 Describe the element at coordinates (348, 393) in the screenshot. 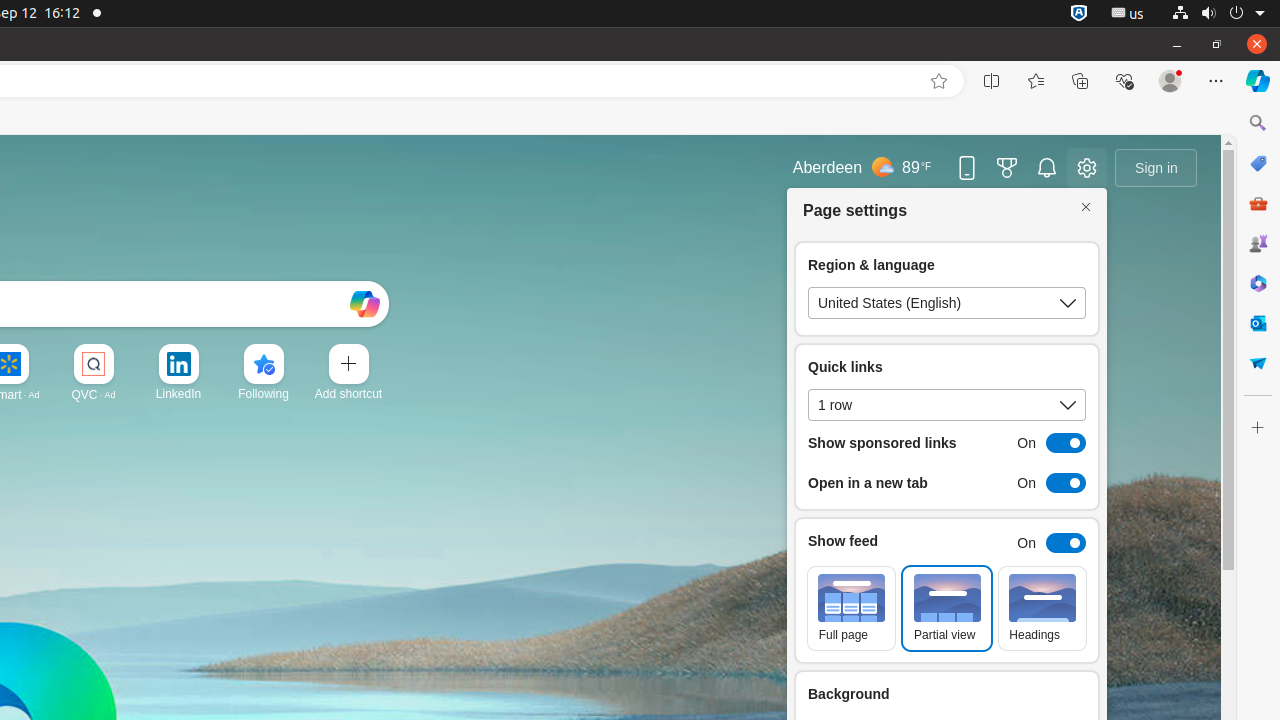

I see `'Add a site'` at that location.